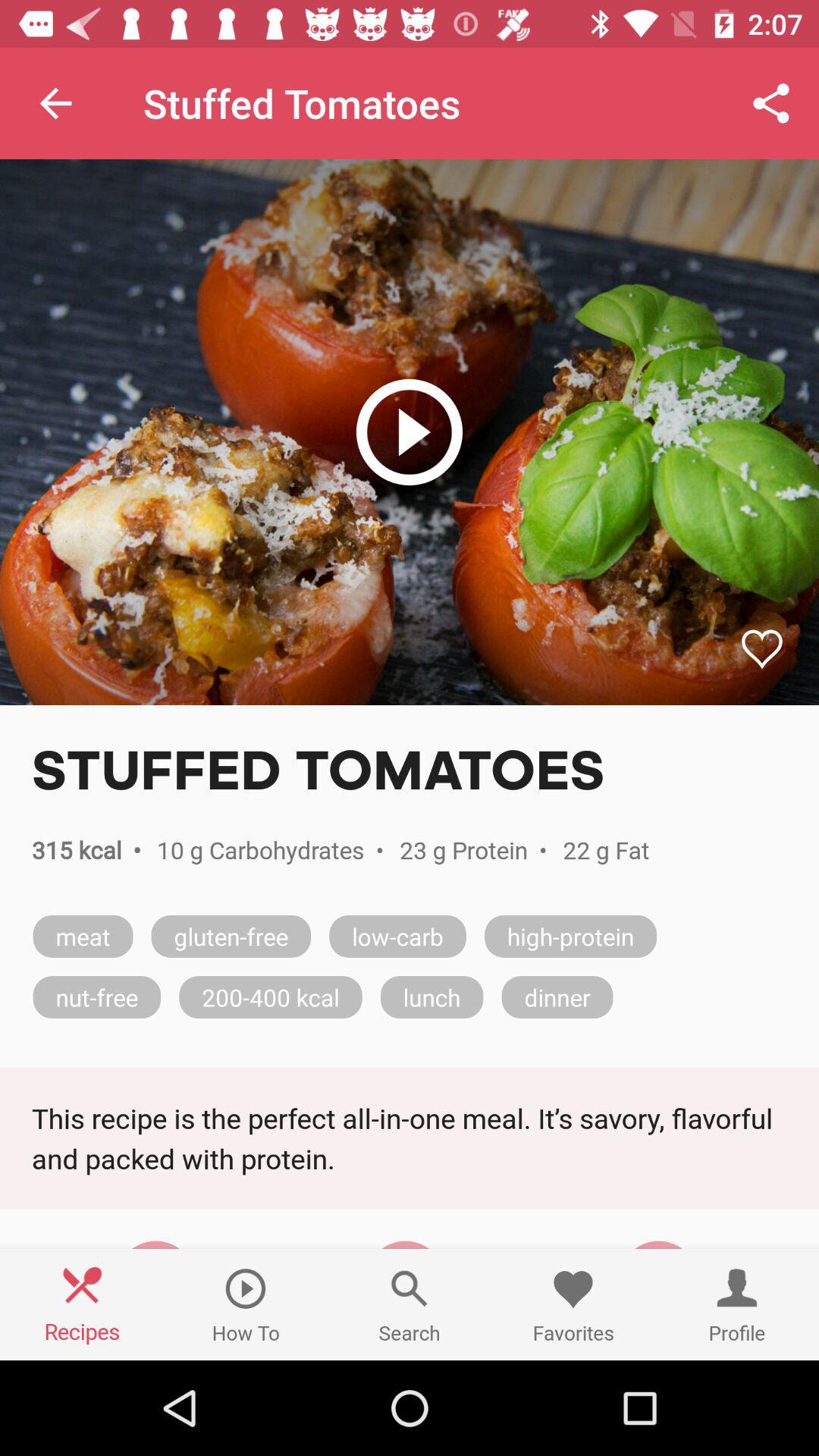  Describe the element at coordinates (55, 102) in the screenshot. I see `the item to the left of the stuffed tomatoes item` at that location.